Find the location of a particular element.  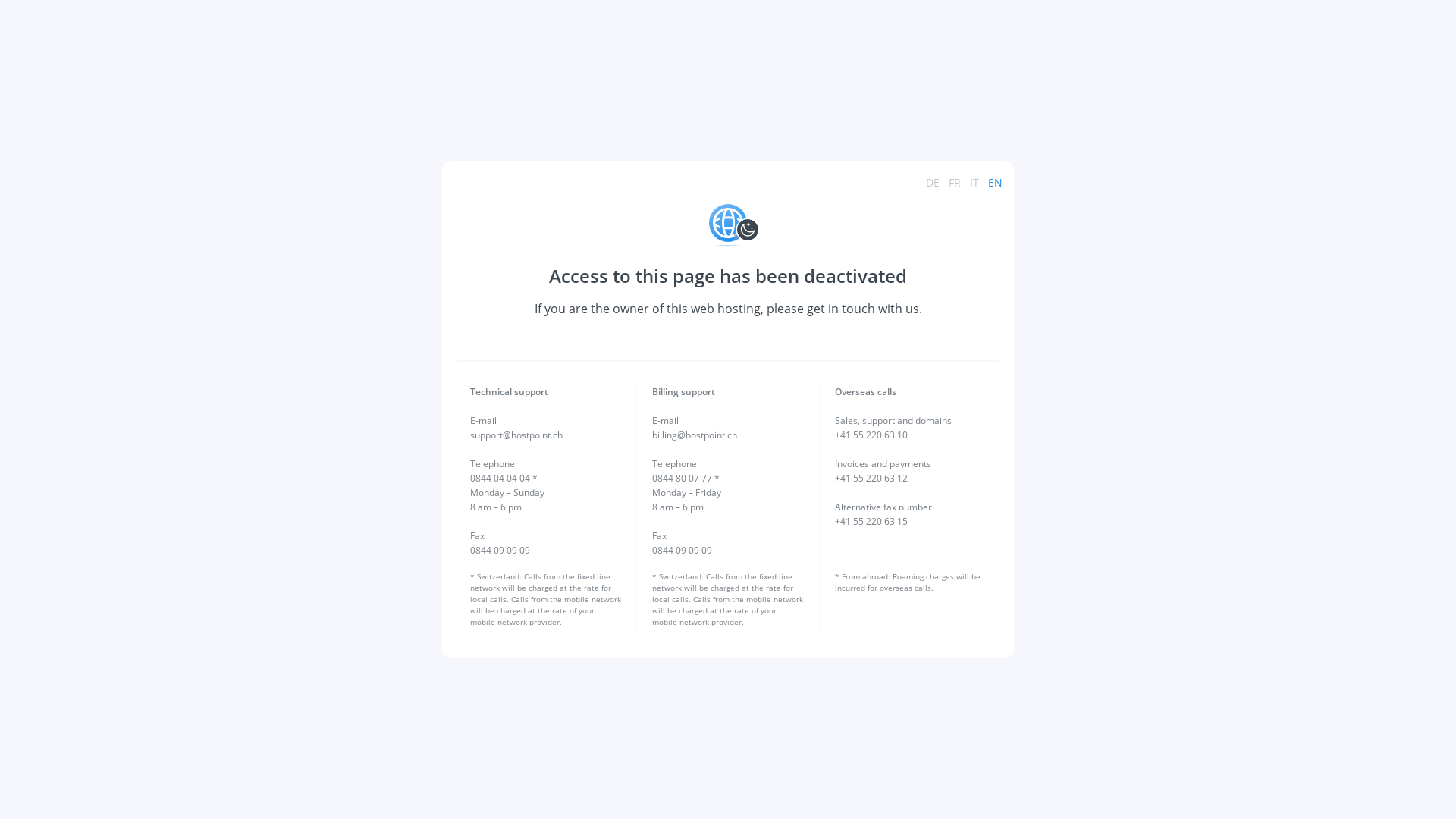

'support@hostpoint.ch' is located at coordinates (516, 435).